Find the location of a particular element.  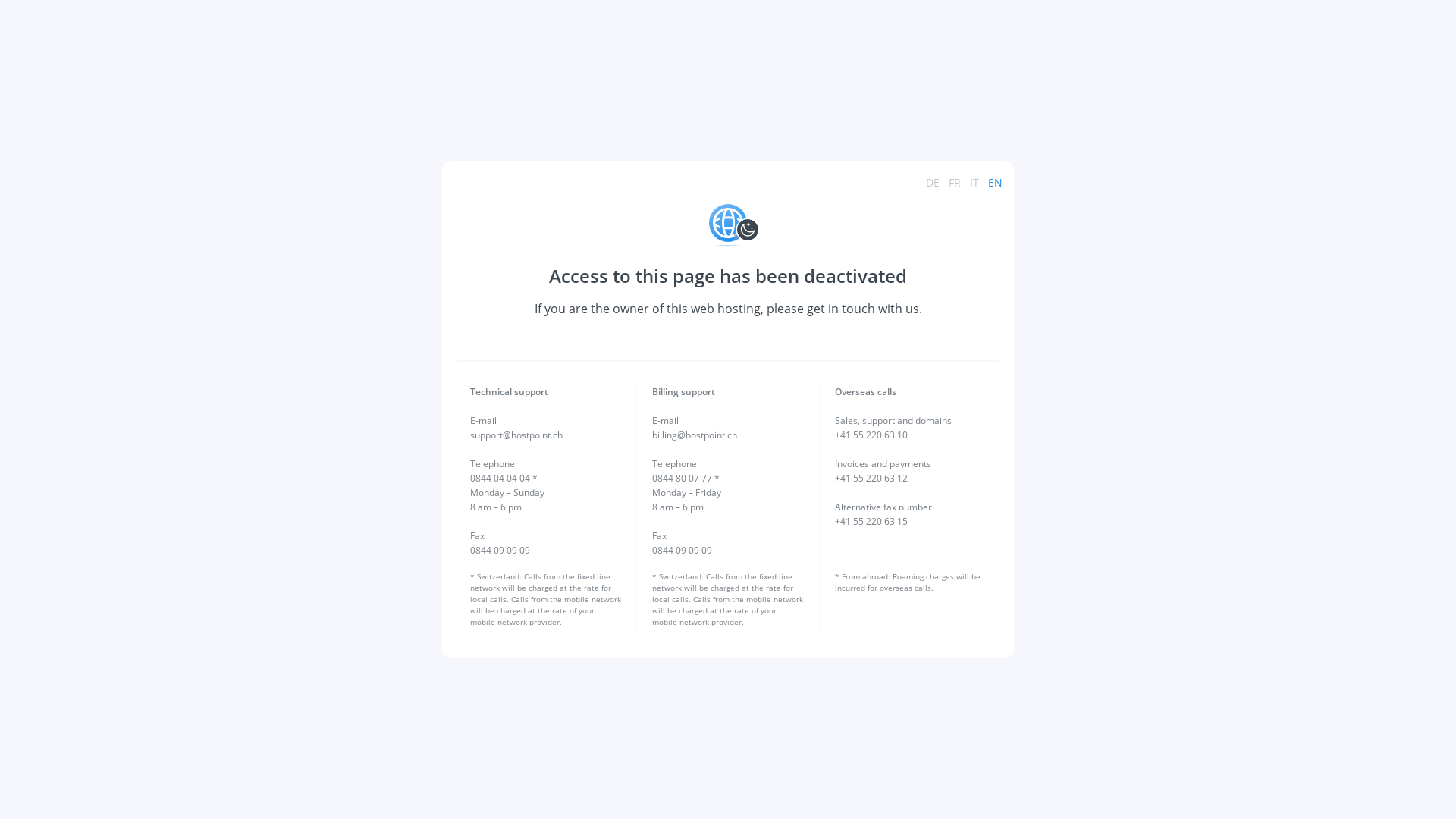

'support@hostpoint.ch' is located at coordinates (516, 435).